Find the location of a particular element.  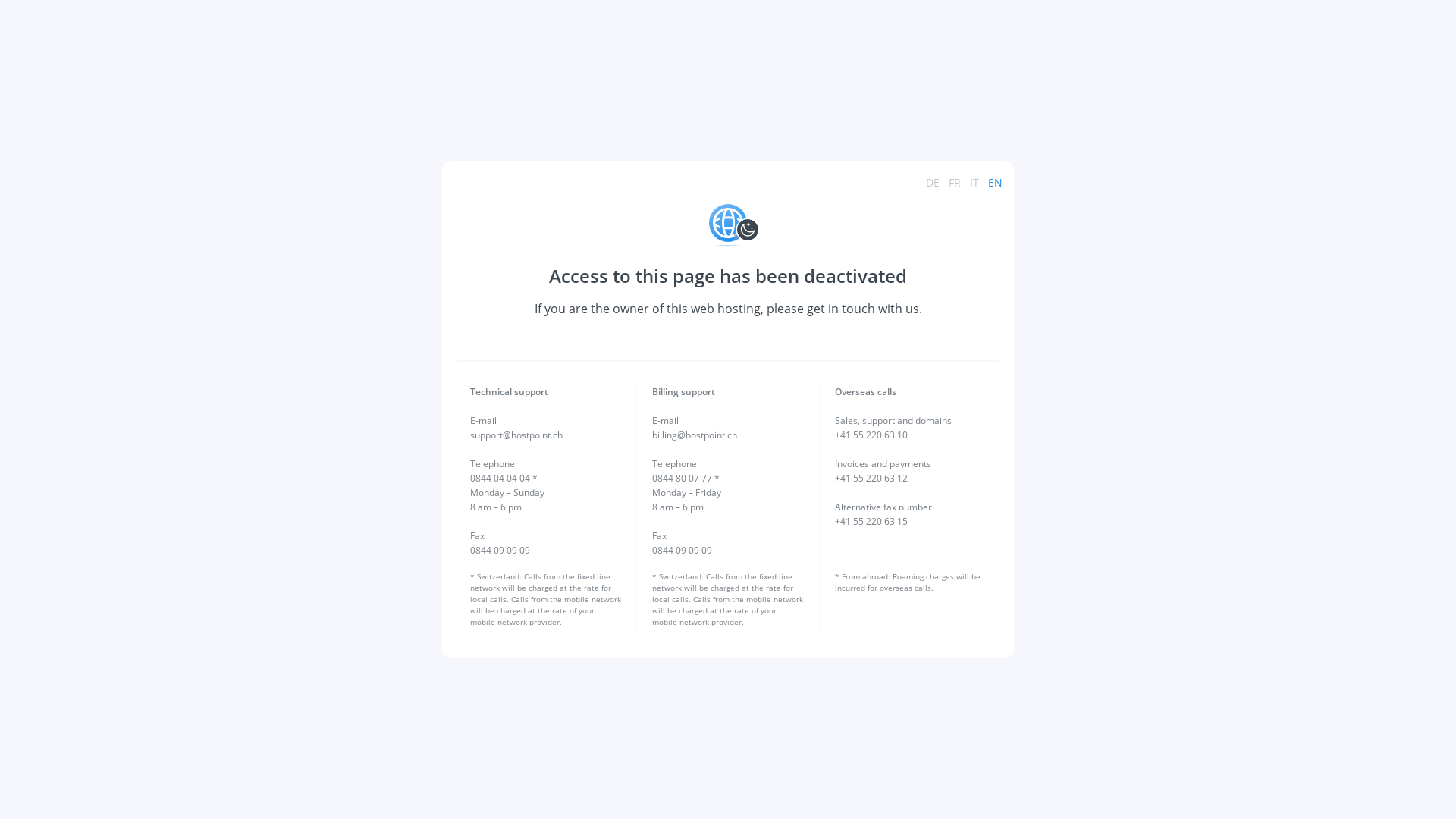

'support@hostpoint.ch' is located at coordinates (516, 435).